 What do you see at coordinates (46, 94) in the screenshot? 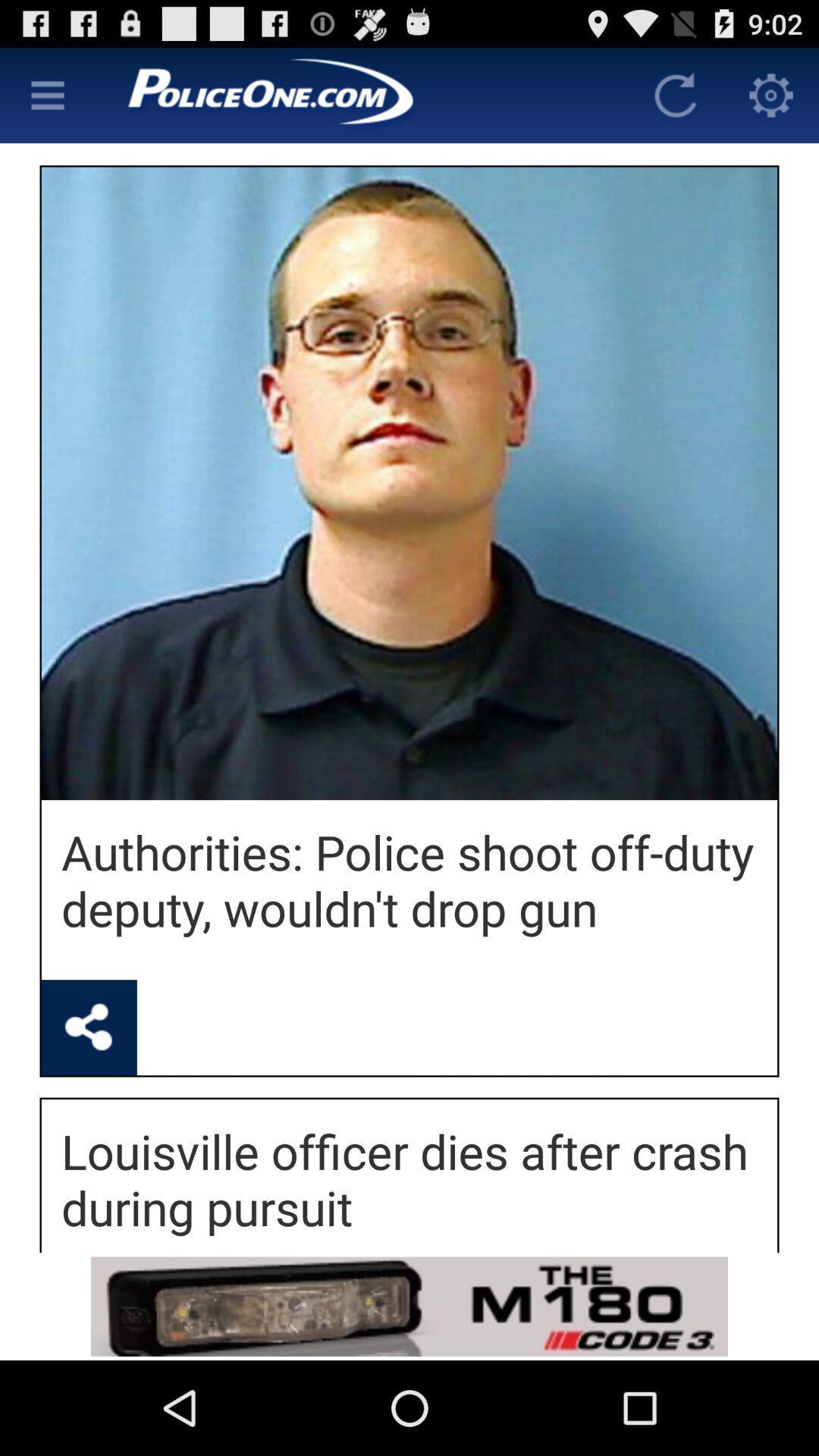
I see `settings` at bounding box center [46, 94].